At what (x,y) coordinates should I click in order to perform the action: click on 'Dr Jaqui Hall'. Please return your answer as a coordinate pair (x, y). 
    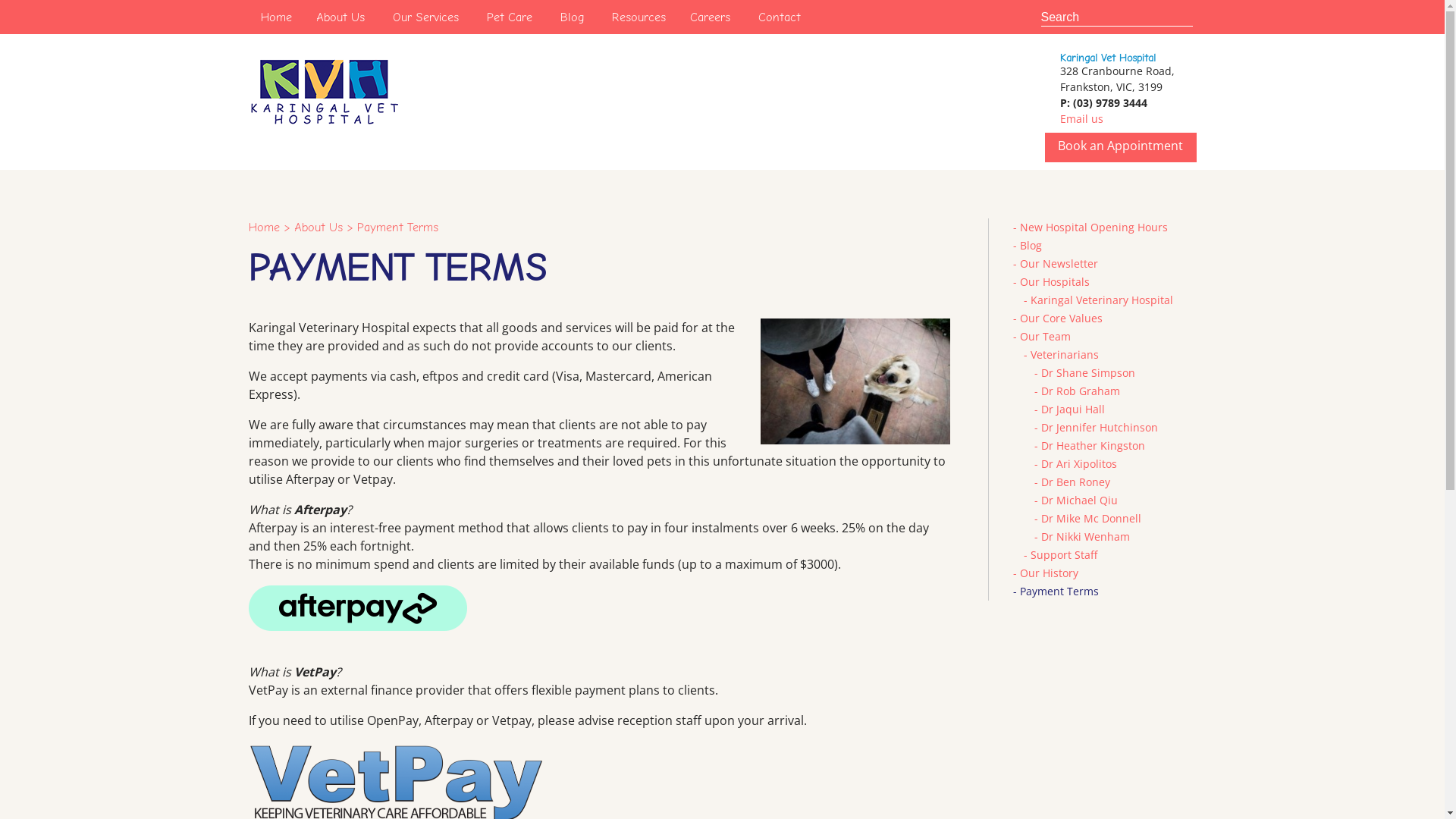
    Looking at the image, I should click on (1072, 408).